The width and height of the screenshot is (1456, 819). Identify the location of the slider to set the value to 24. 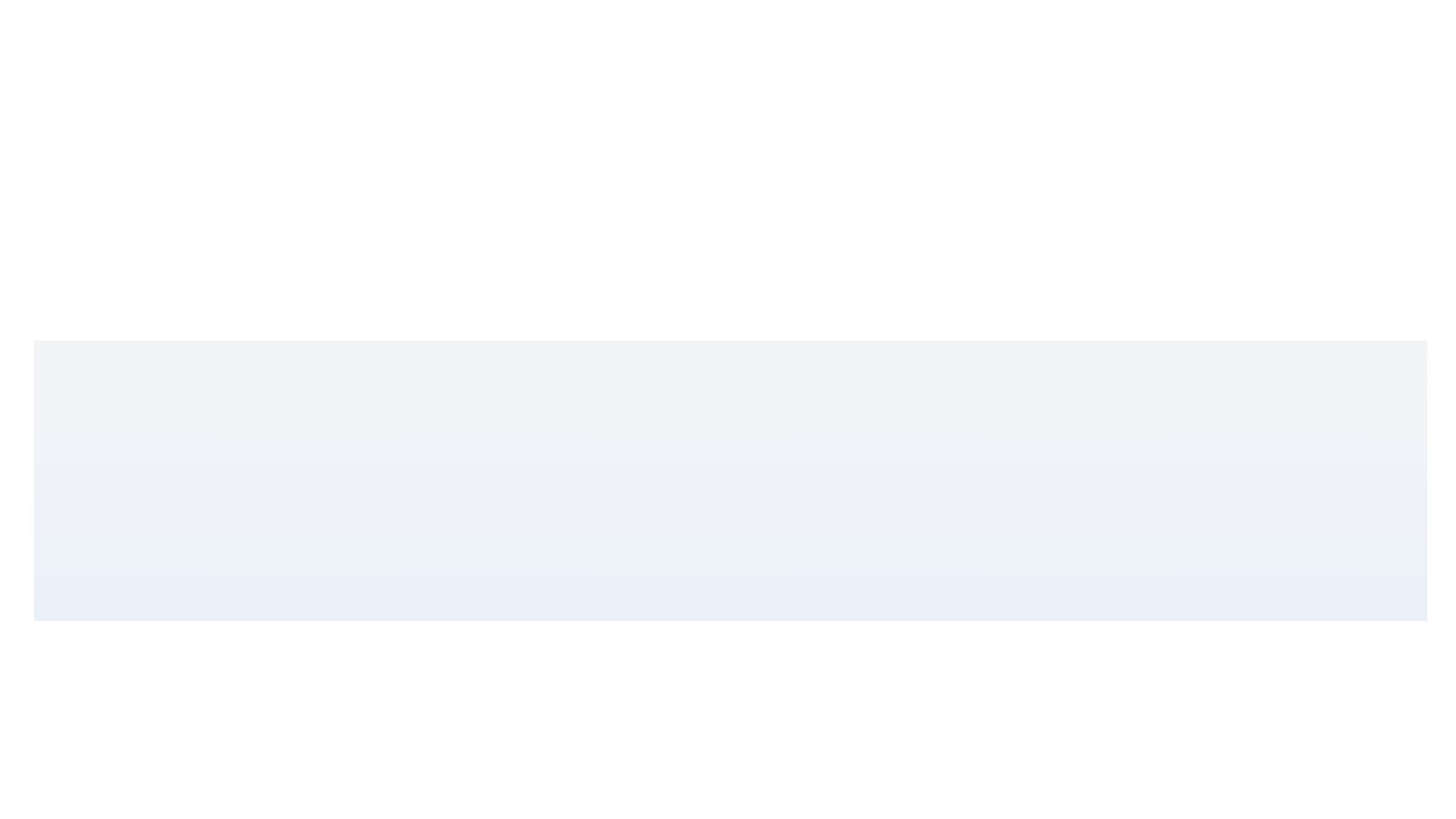
(750, 757).